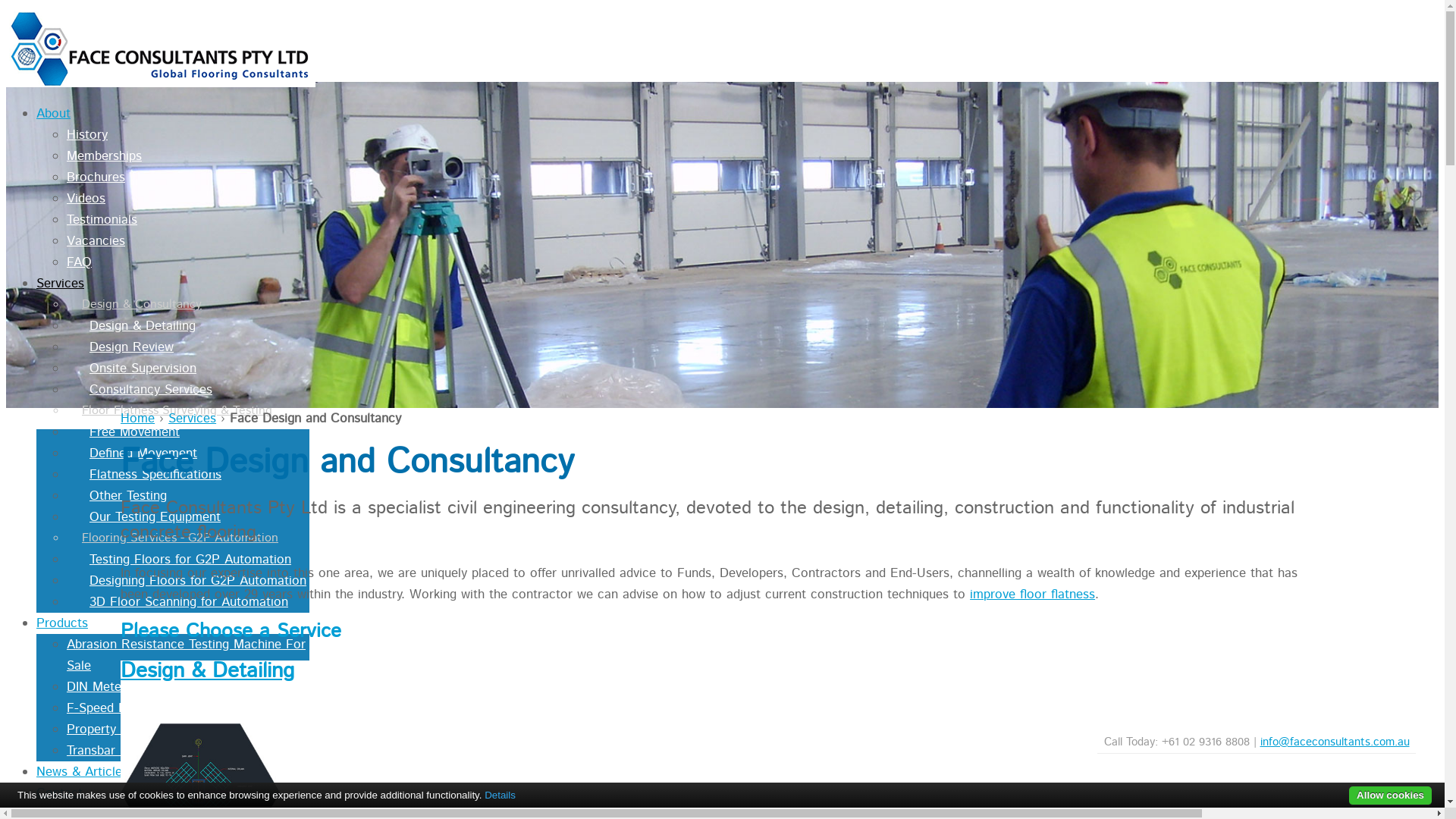 This screenshot has width=1456, height=819. What do you see at coordinates (143, 516) in the screenshot?
I see `'Our Testing Equipment'` at bounding box center [143, 516].